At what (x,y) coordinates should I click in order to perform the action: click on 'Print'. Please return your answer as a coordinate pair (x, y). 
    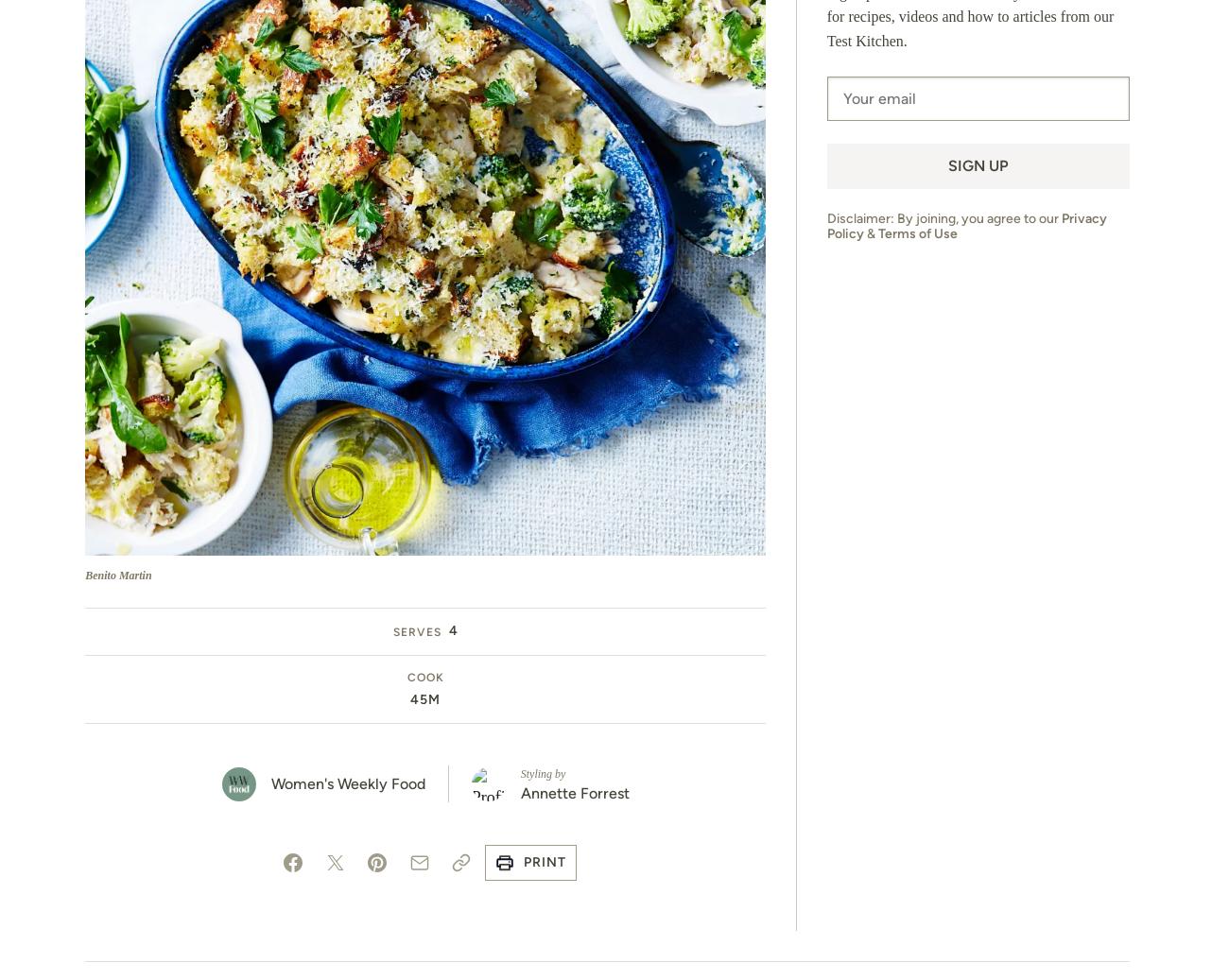
    Looking at the image, I should click on (544, 861).